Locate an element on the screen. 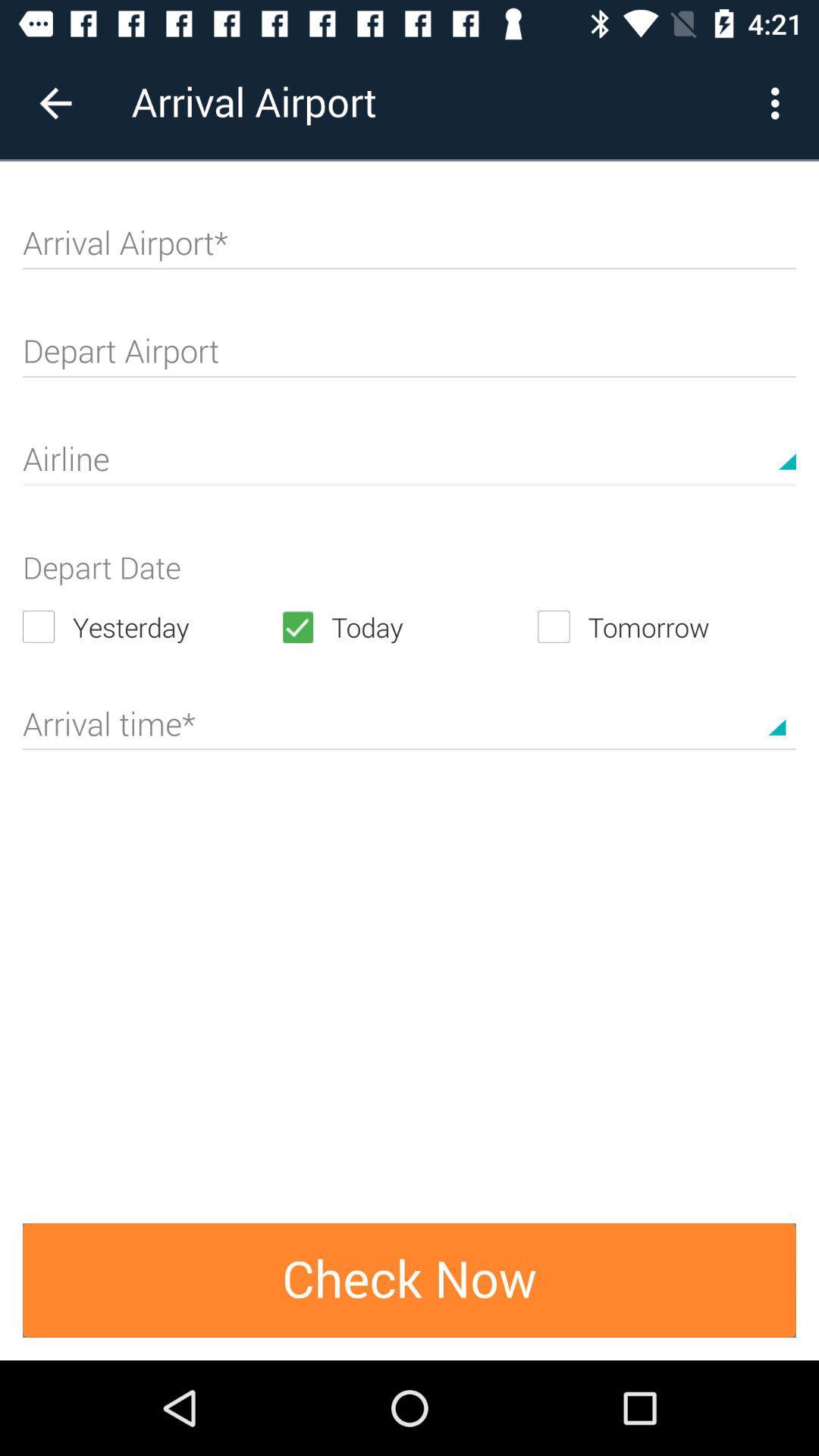 Image resolution: width=819 pixels, height=1456 pixels. item to the left of the tomorrow is located at coordinates (408, 626).